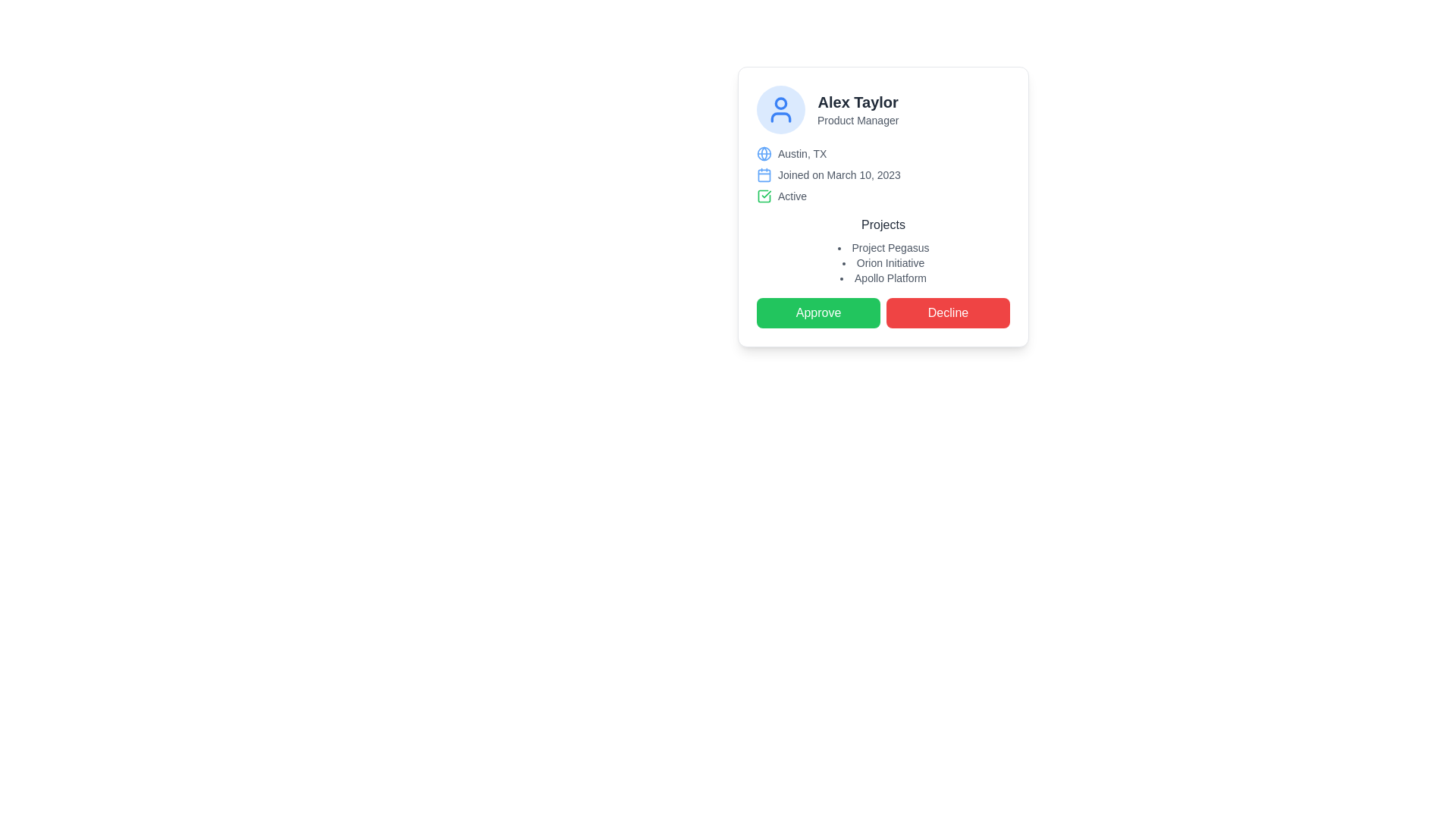  I want to click on the green square-shaped outline icon that signifies a checked or approved state, located to the left of the 'Active' status text label, so click(764, 195).